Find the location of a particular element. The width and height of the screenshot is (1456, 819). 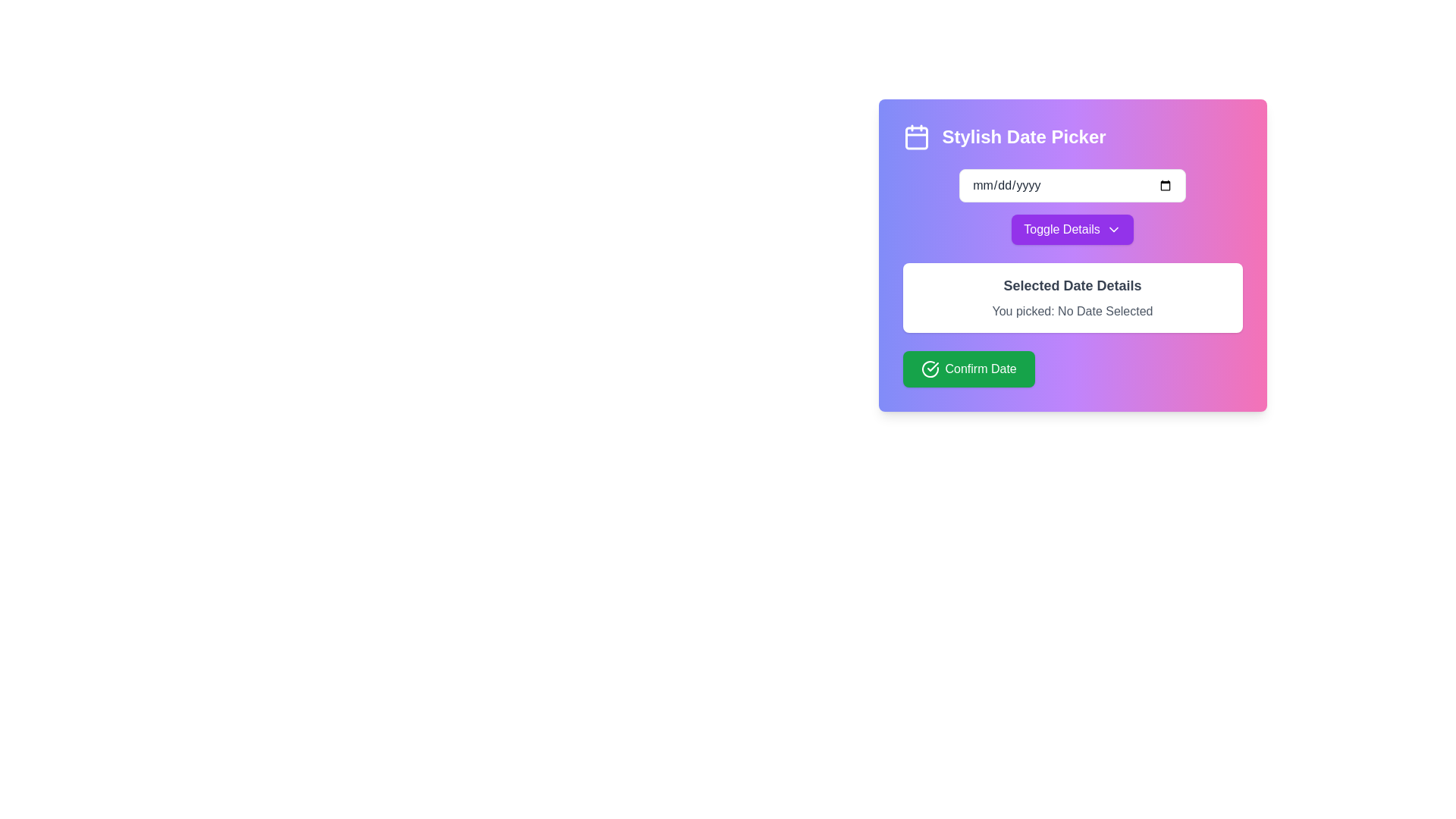

the text label reading 'Stylish Date Picker', which is prominently displayed in bold white font on a purple-pink gradient background, located near the upper left section of a card-like interface is located at coordinates (1024, 137).